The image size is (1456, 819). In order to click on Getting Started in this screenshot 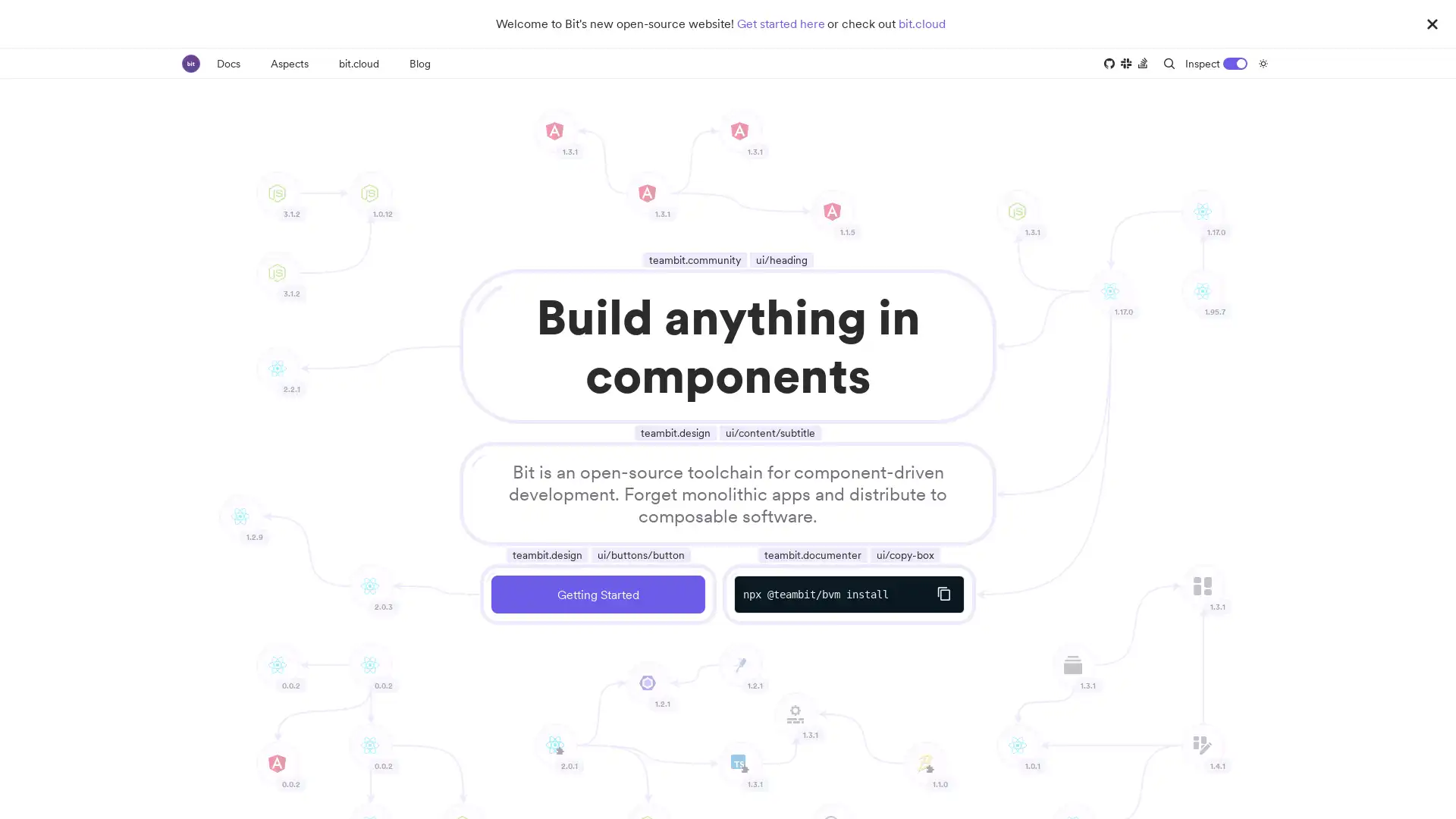, I will do `click(597, 593)`.